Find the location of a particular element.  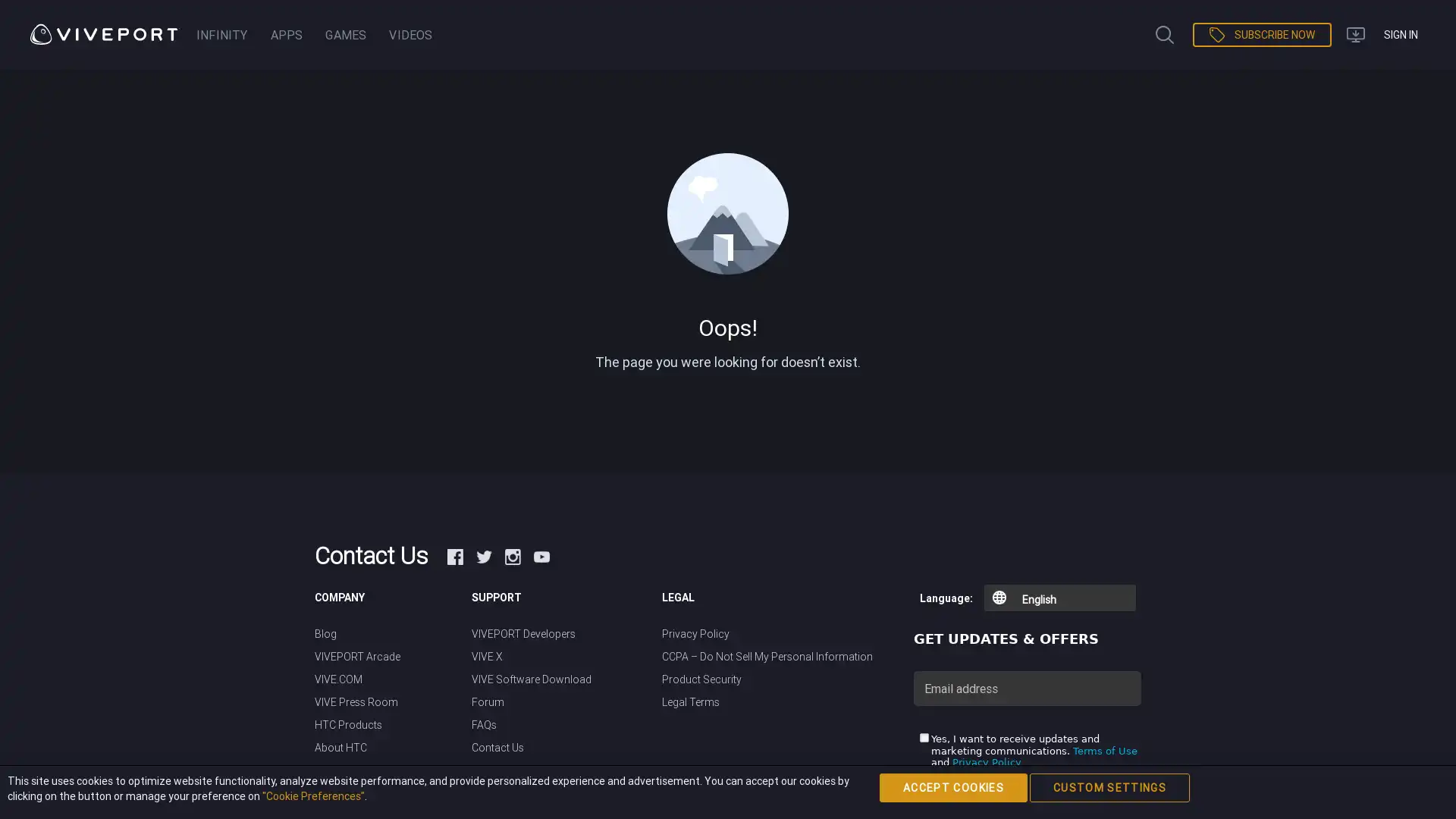

ACCEPT COOKIES is located at coordinates (952, 786).